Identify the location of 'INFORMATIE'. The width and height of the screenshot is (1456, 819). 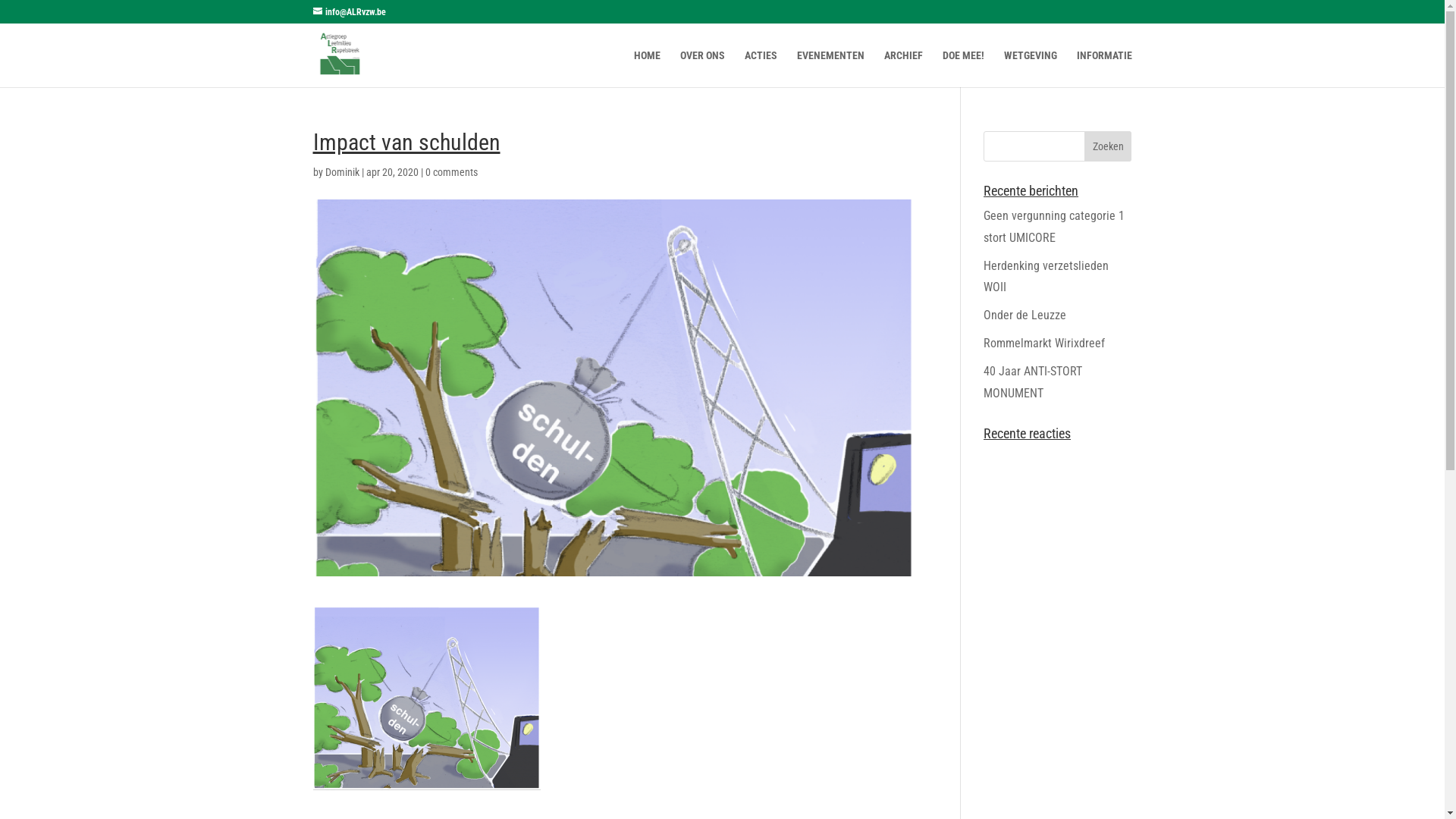
(1076, 68).